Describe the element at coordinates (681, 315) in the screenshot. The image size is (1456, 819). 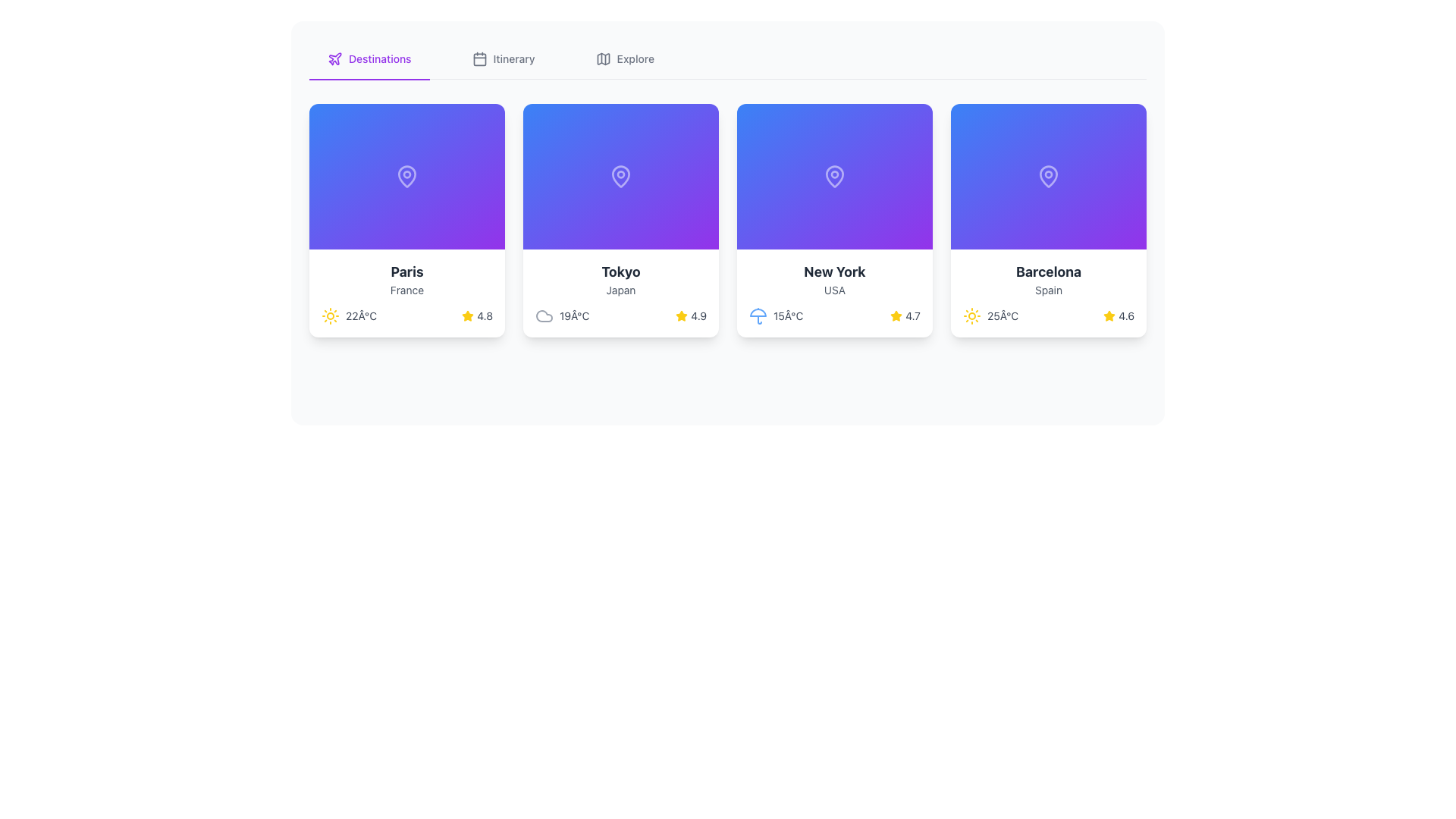
I see `the Rating star icon located at the bottom-right corner of the Tokyo card, adjacent to the rating number '4.9'` at that location.